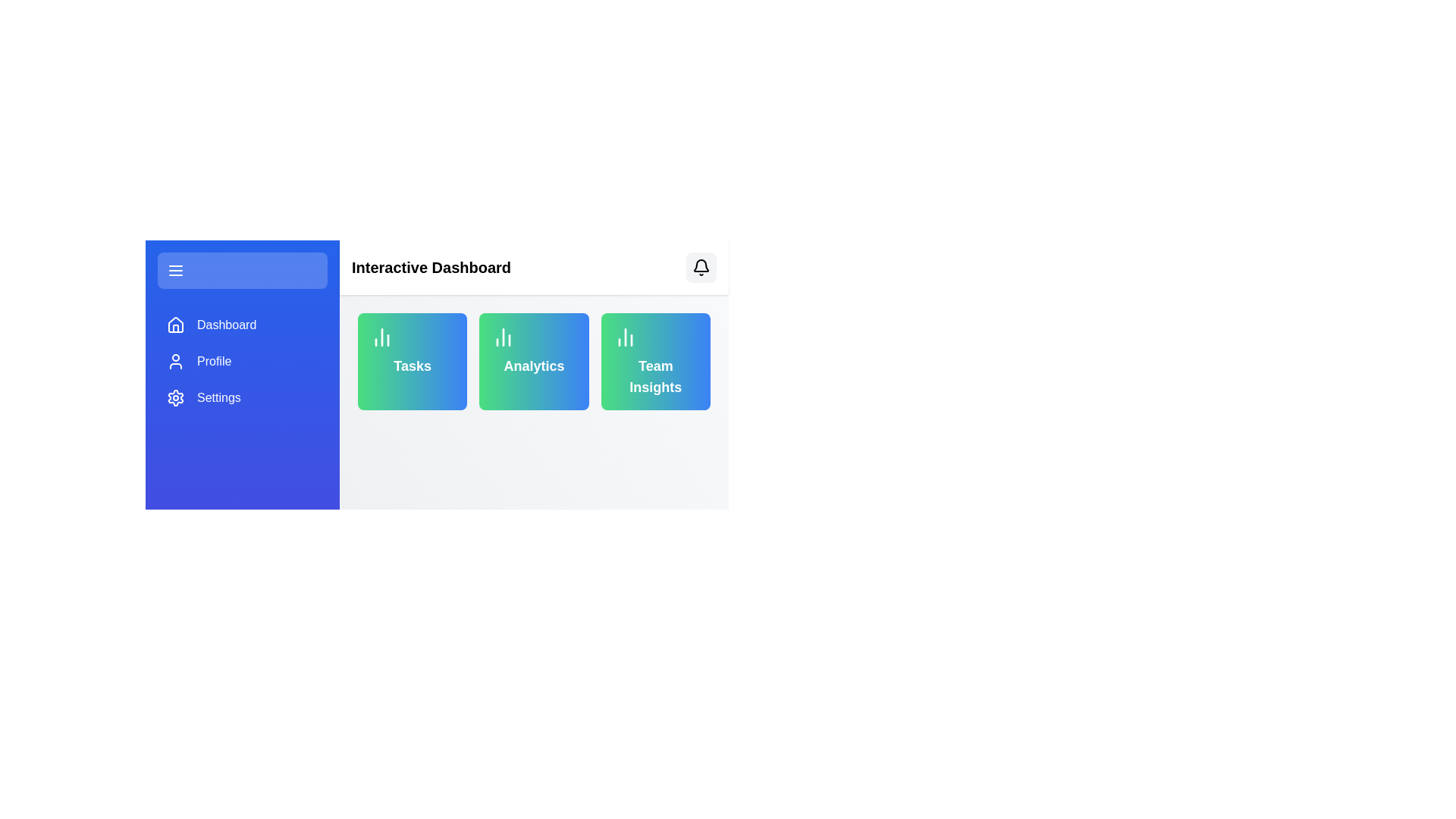 The height and width of the screenshot is (819, 1456). I want to click on the rectangular interactive menu bar located at the top of the sidebar, which has a bluish tint and contains three parallel horizontal lines, to change its background color, so click(243, 270).